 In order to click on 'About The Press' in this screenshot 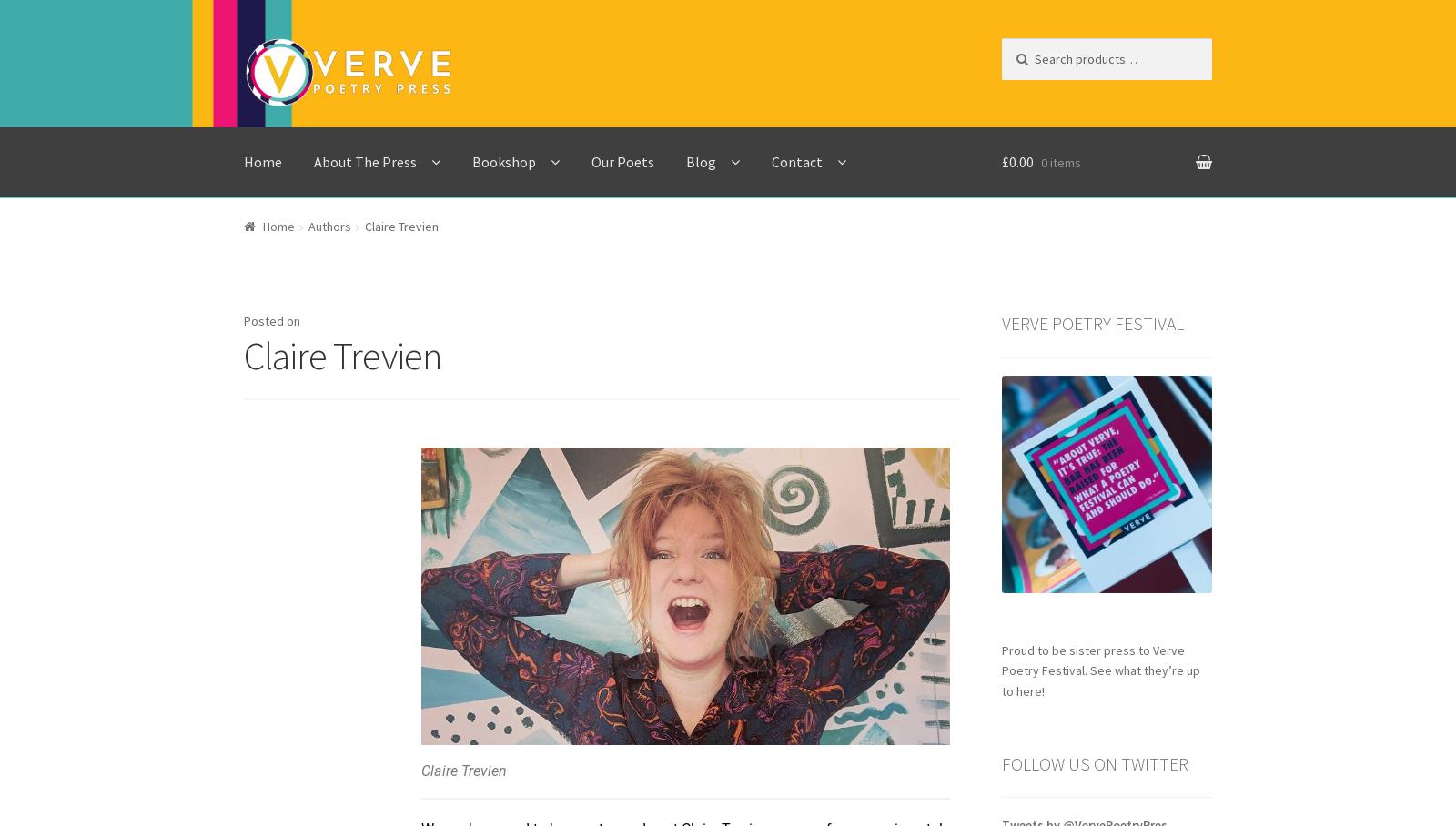, I will do `click(364, 159)`.